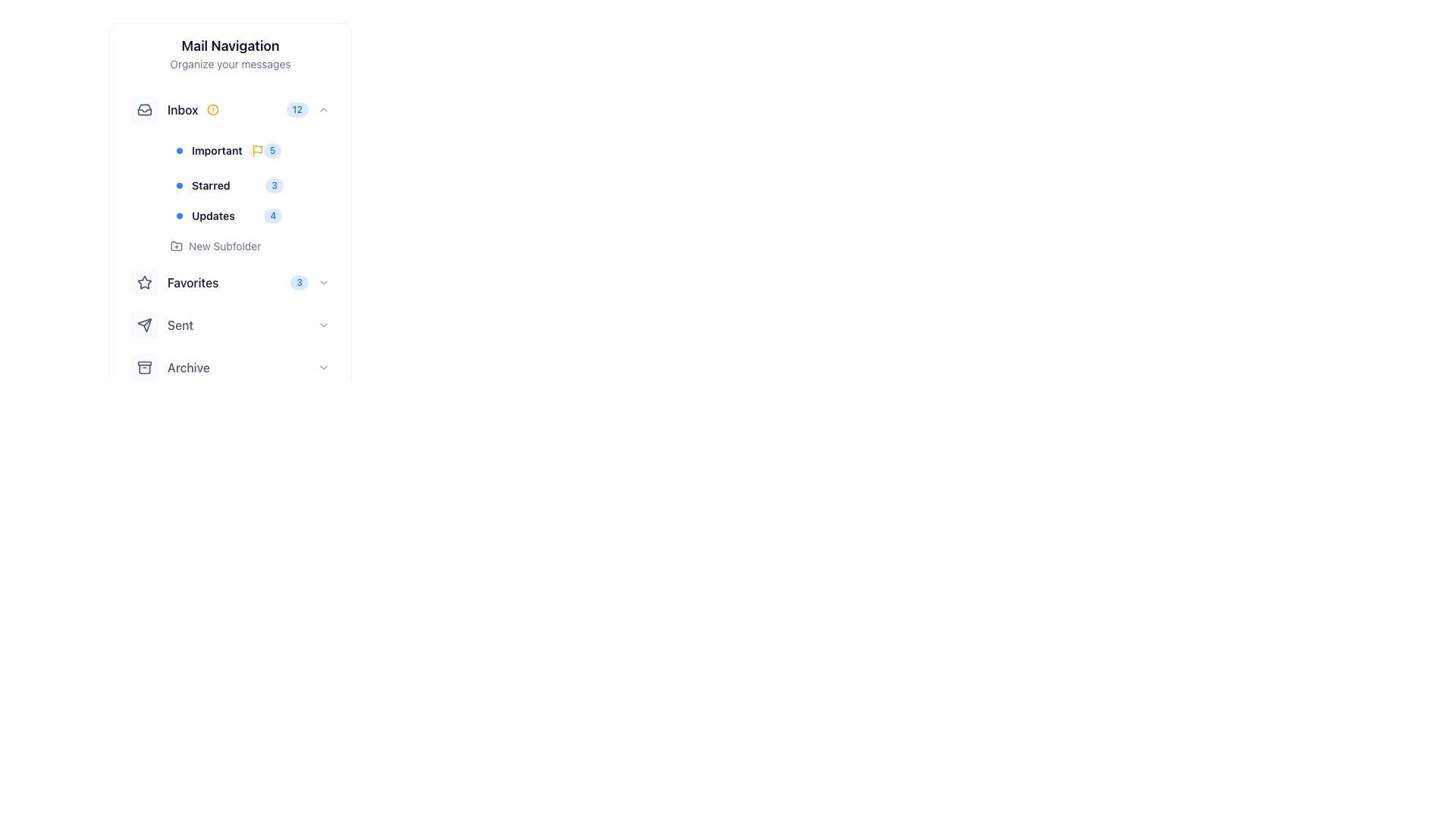 Image resolution: width=1456 pixels, height=819 pixels. What do you see at coordinates (177, 245) in the screenshot?
I see `the folder icon located in the navigation pane under the 'Inbox' section, adjacent to the 'New Subfolder' text, which is styled in red` at bounding box center [177, 245].